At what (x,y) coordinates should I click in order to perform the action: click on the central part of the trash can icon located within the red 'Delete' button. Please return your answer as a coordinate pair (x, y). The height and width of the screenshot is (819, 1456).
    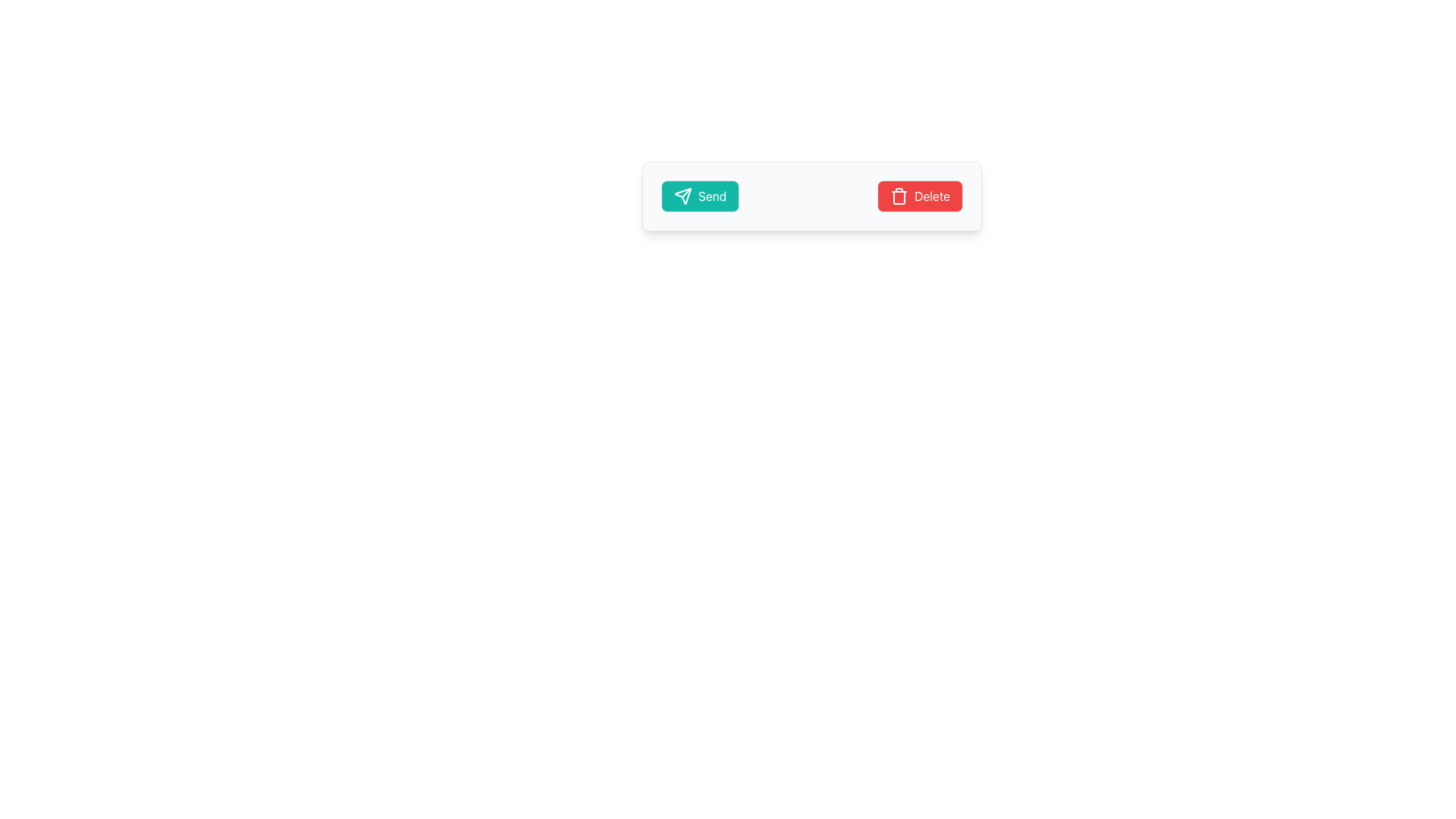
    Looking at the image, I should click on (899, 197).